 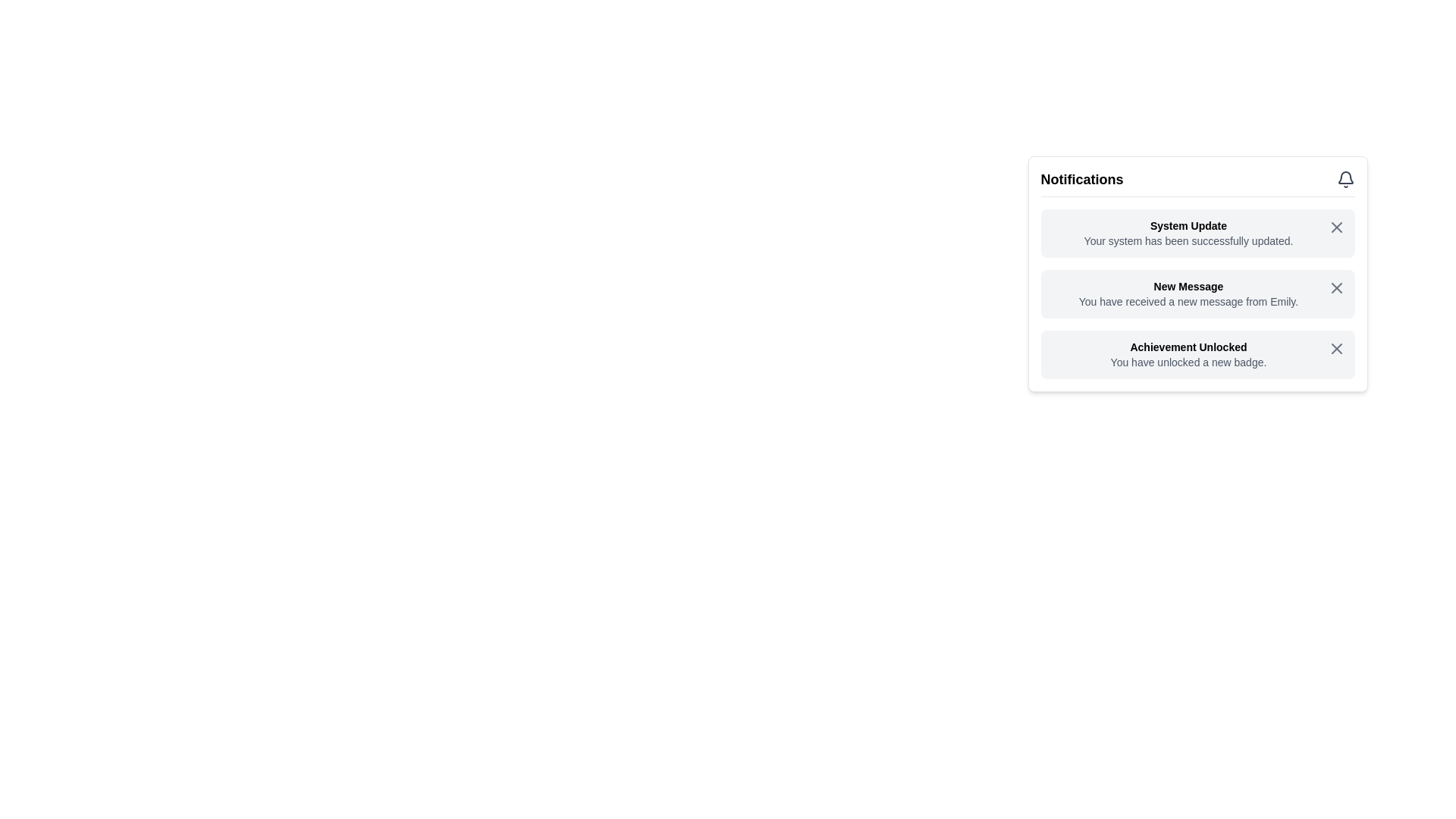 What do you see at coordinates (1345, 178) in the screenshot?
I see `on the bell icon located next` at bounding box center [1345, 178].